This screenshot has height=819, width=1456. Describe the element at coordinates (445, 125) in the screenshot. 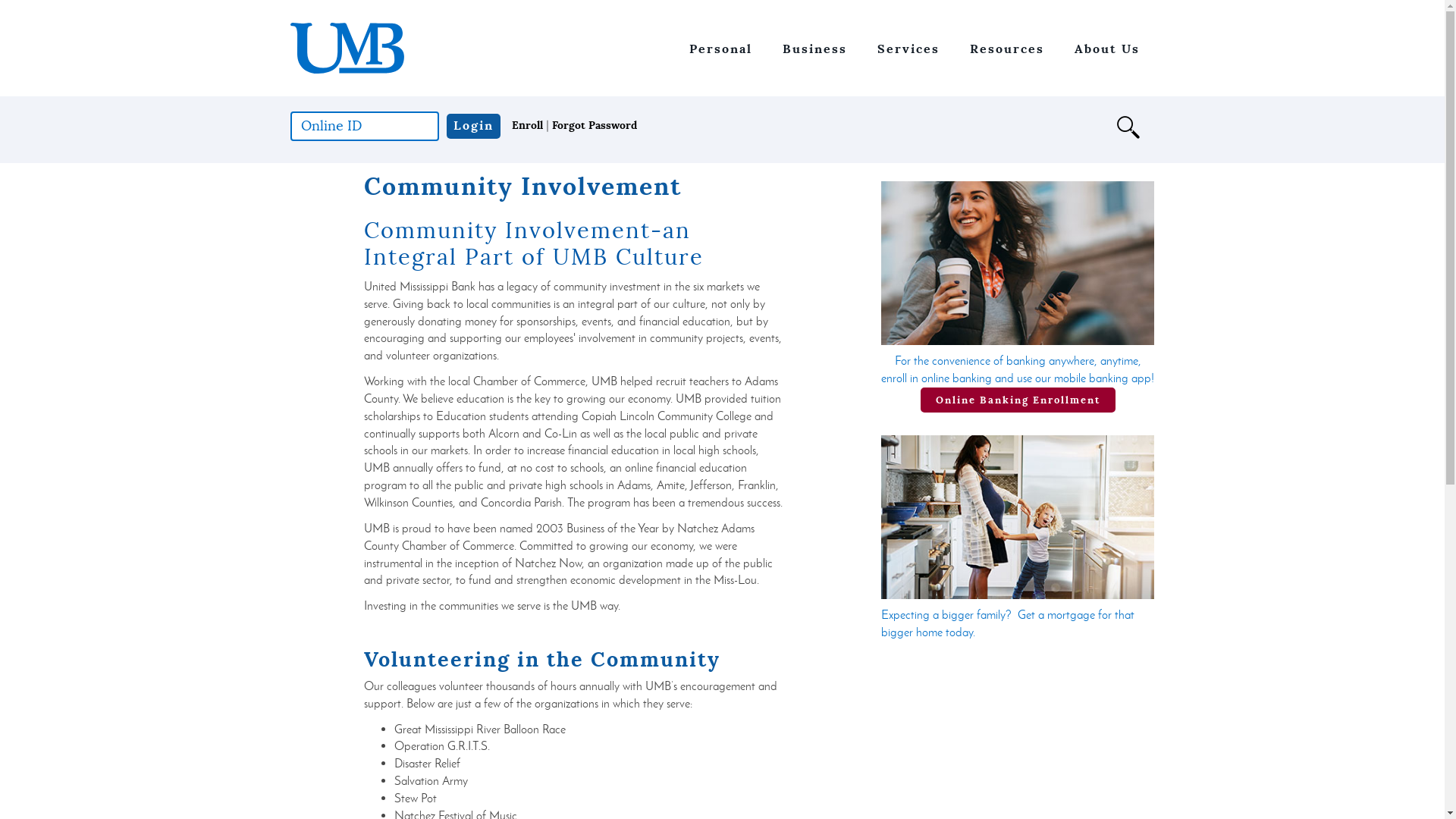

I see `'Login'` at that location.